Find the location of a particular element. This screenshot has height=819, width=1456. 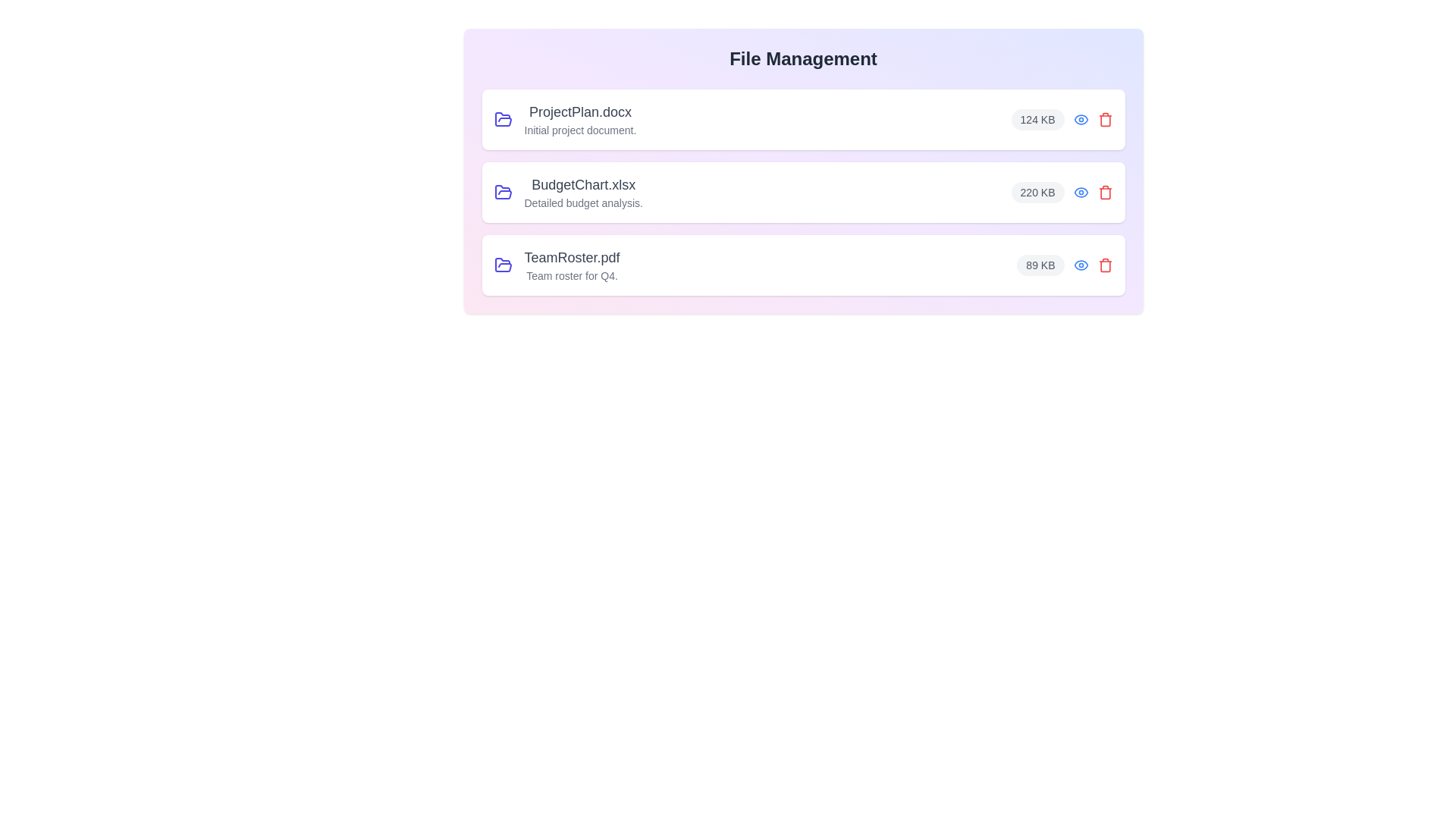

the file name and size for the file BudgetChart.xlsx is located at coordinates (566, 192).